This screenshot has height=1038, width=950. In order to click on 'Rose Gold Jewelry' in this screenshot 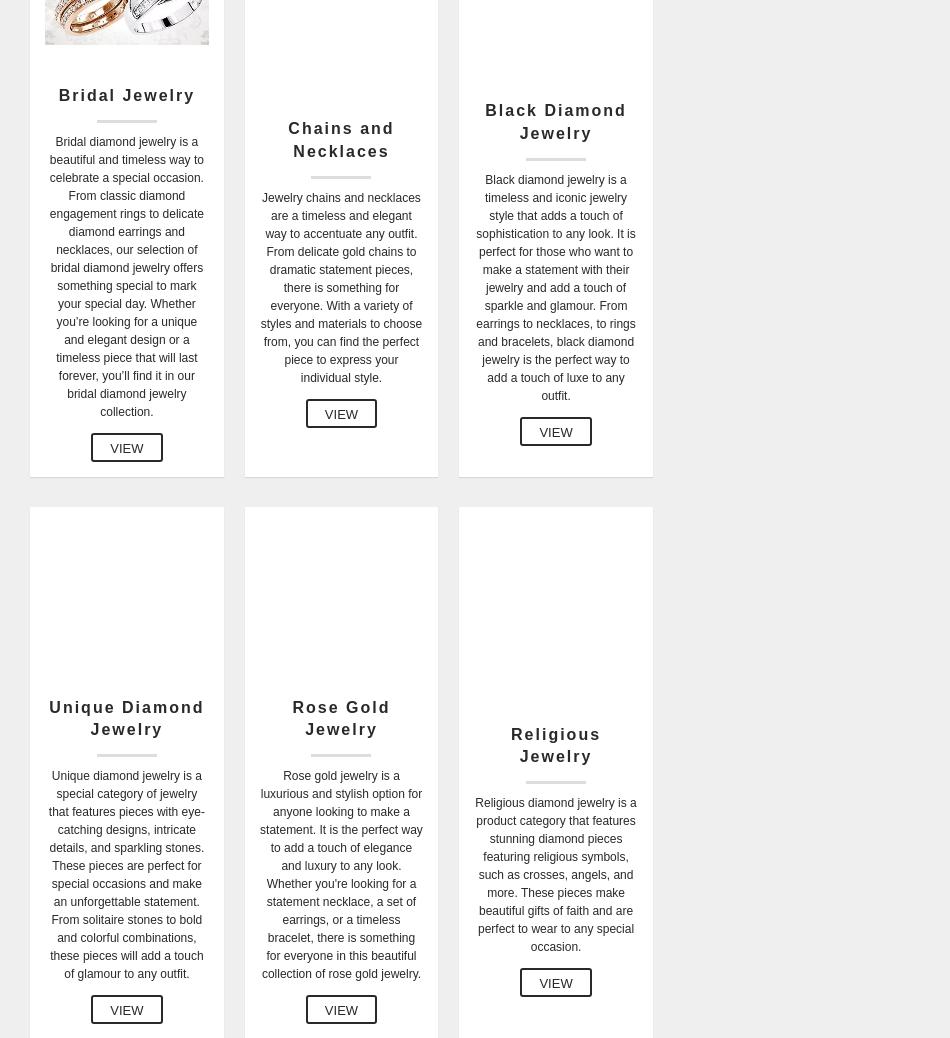, I will do `click(339, 716)`.